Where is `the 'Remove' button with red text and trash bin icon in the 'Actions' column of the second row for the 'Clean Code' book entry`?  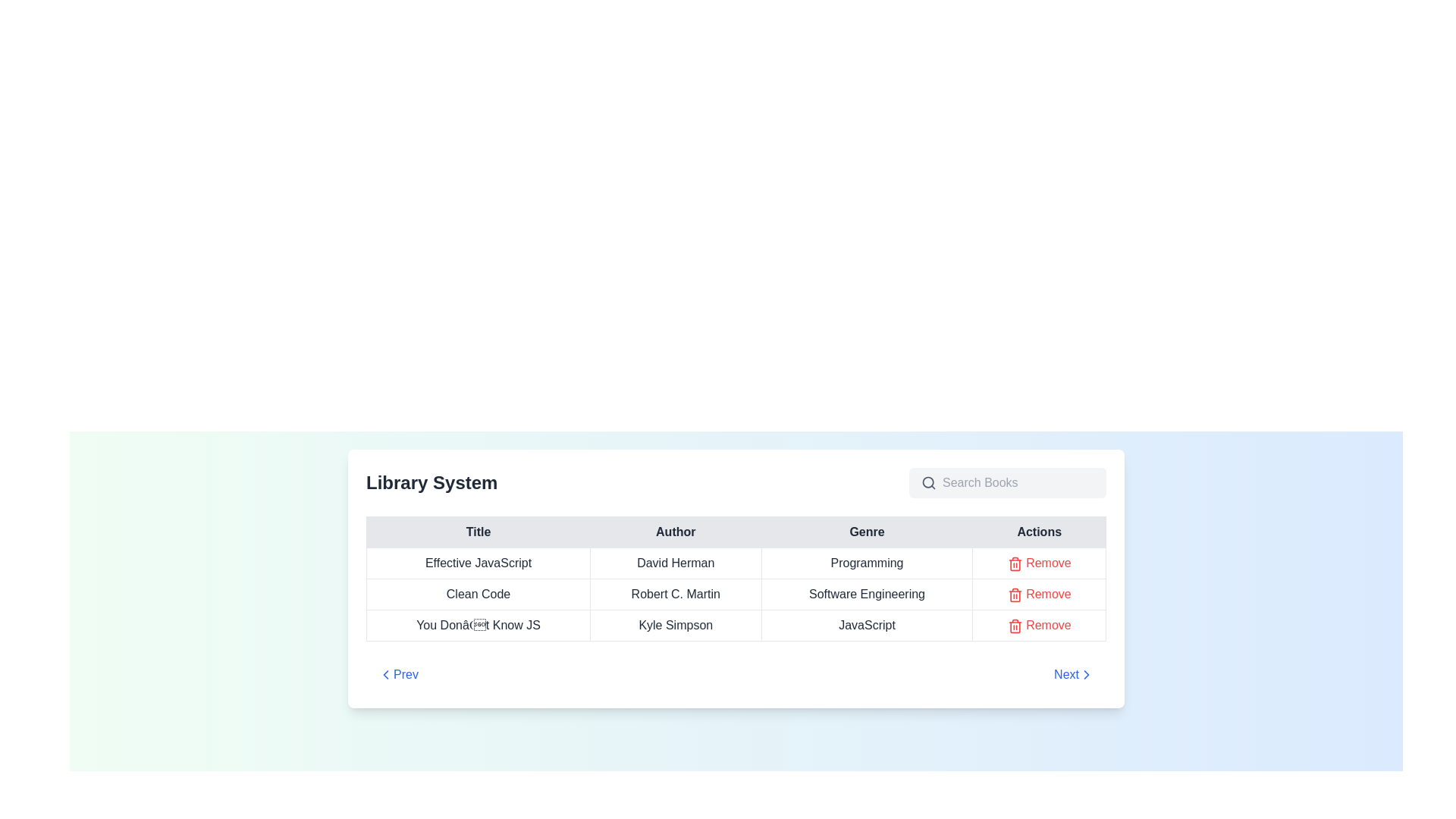
the 'Remove' button with red text and trash bin icon in the 'Actions' column of the second row for the 'Clean Code' book entry is located at coordinates (1038, 593).